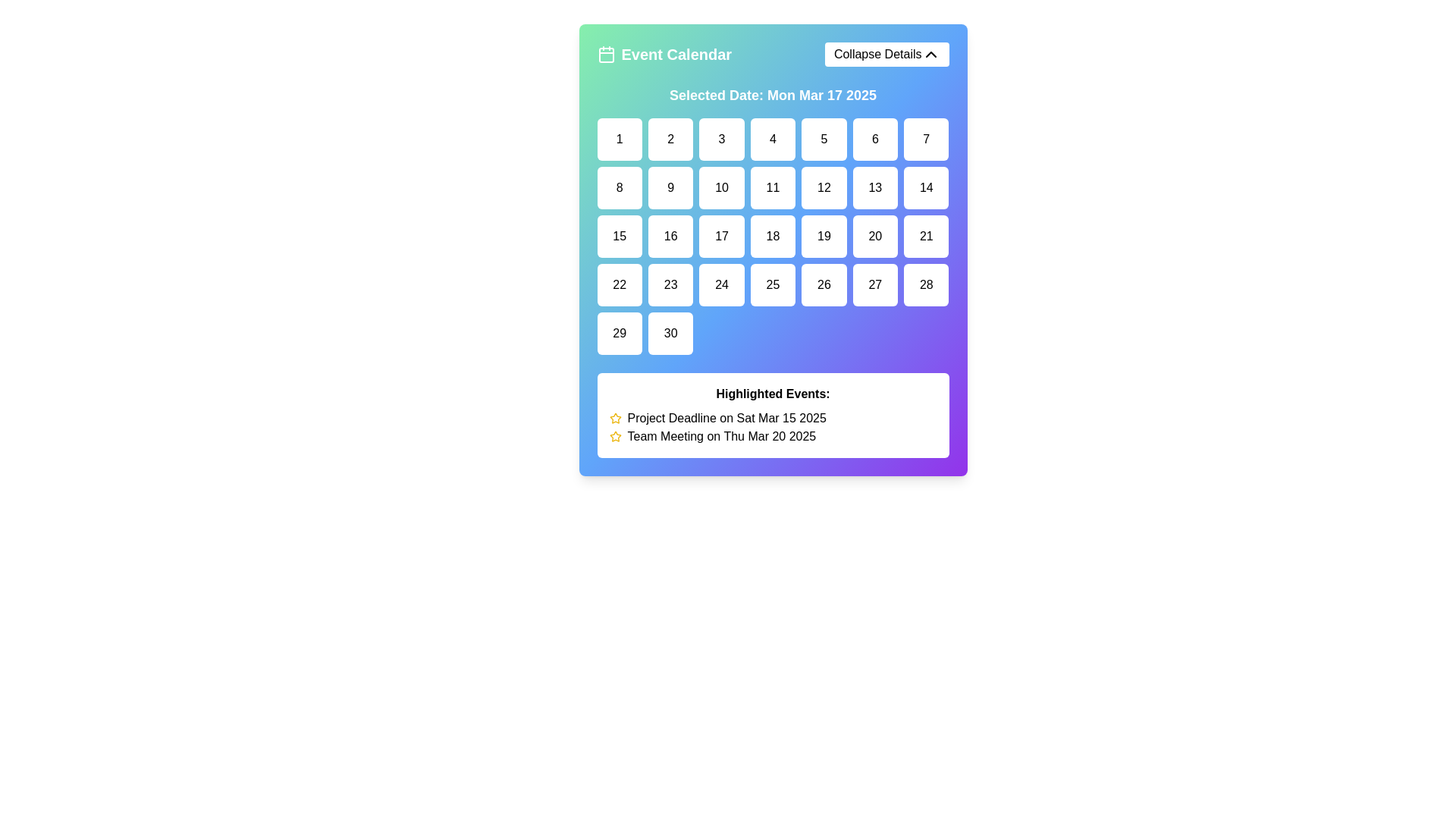  I want to click on the rounded square button displaying '30' in black font on a white background, located in the sixth row and second column of the calendar grid, so click(670, 332).